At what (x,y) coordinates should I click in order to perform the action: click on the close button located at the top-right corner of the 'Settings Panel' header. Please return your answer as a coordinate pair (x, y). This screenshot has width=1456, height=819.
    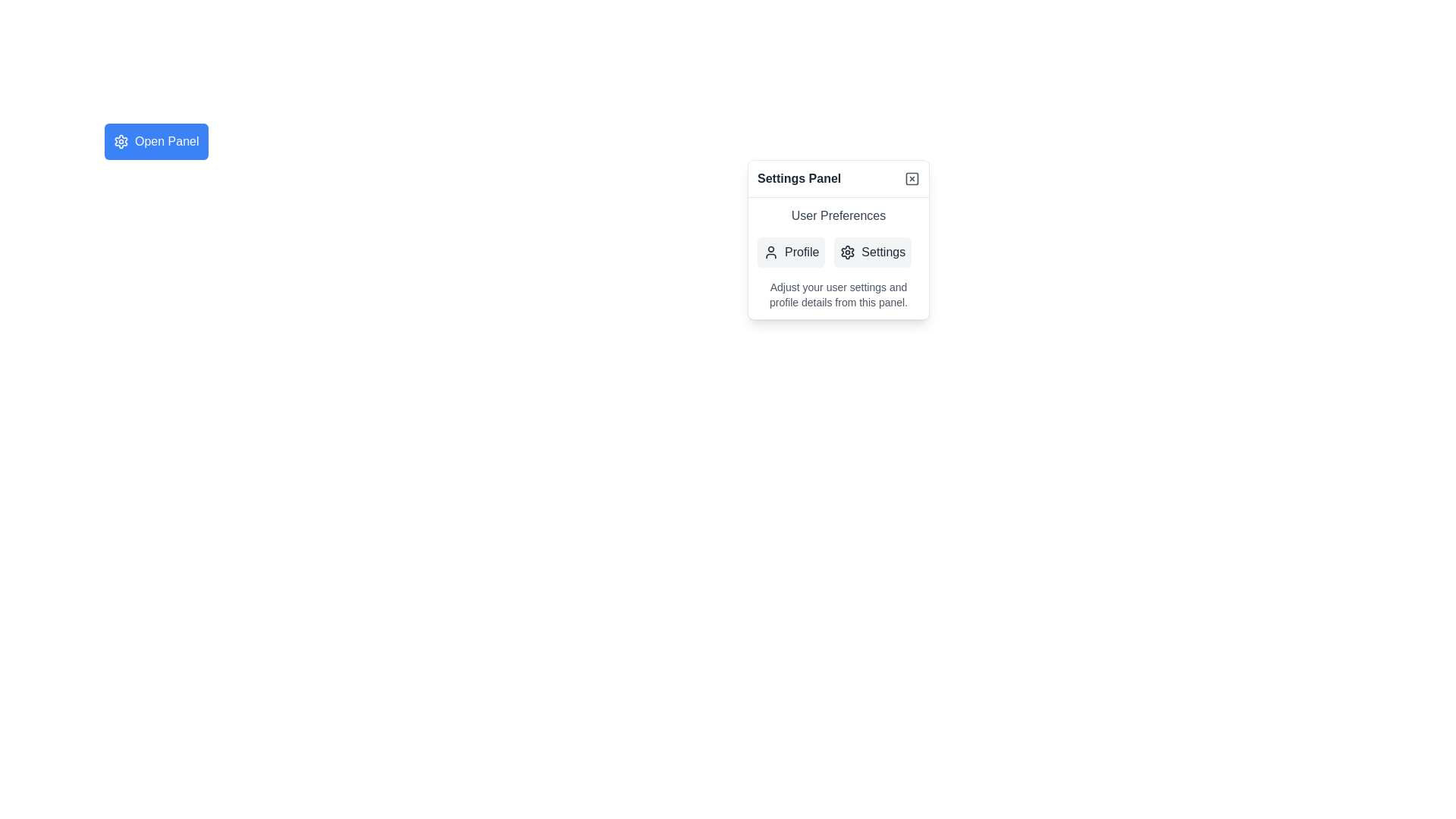
    Looking at the image, I should click on (912, 177).